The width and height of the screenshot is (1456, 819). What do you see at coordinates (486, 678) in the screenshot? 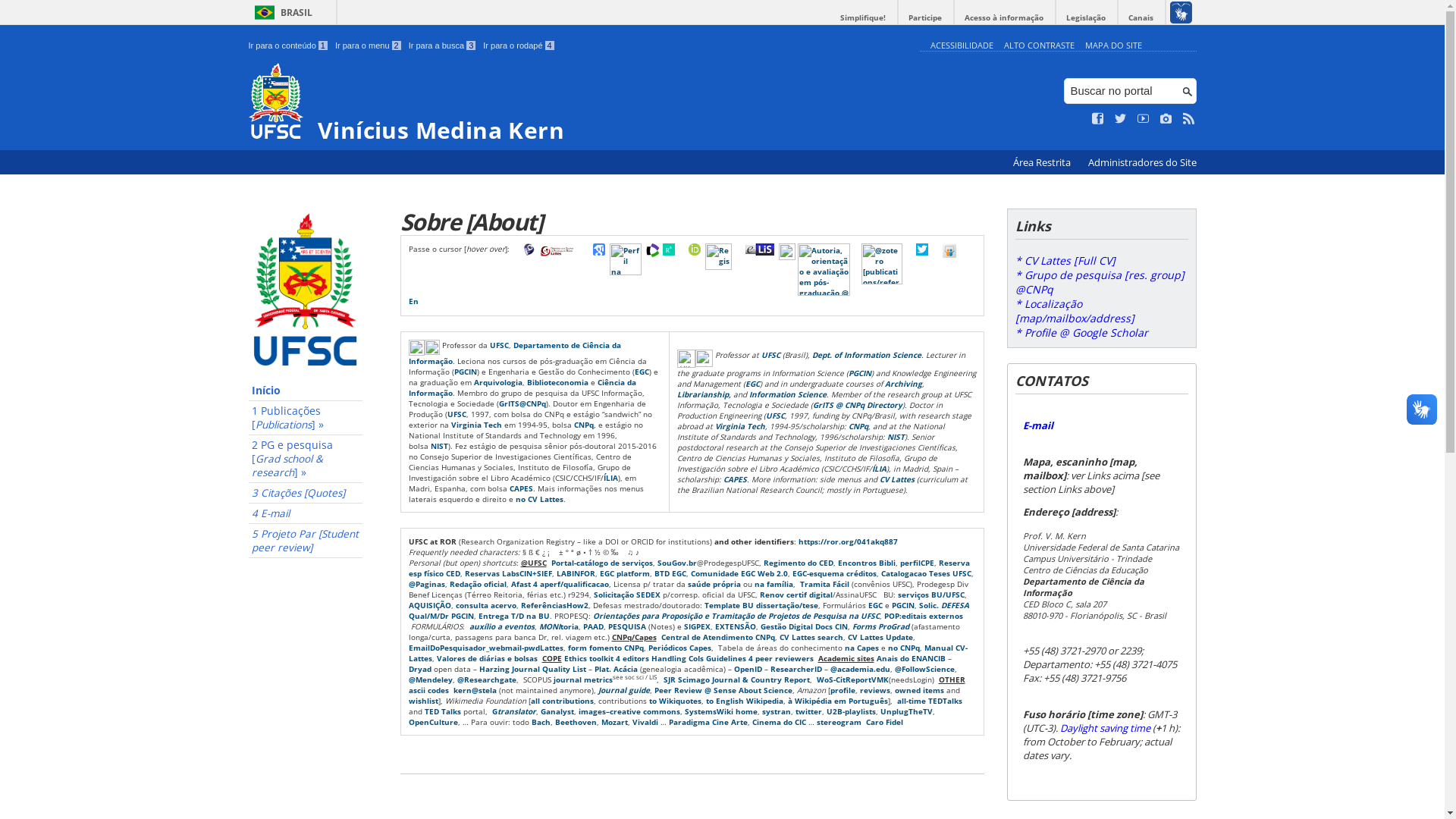
I see `'@Researchgate'` at bounding box center [486, 678].